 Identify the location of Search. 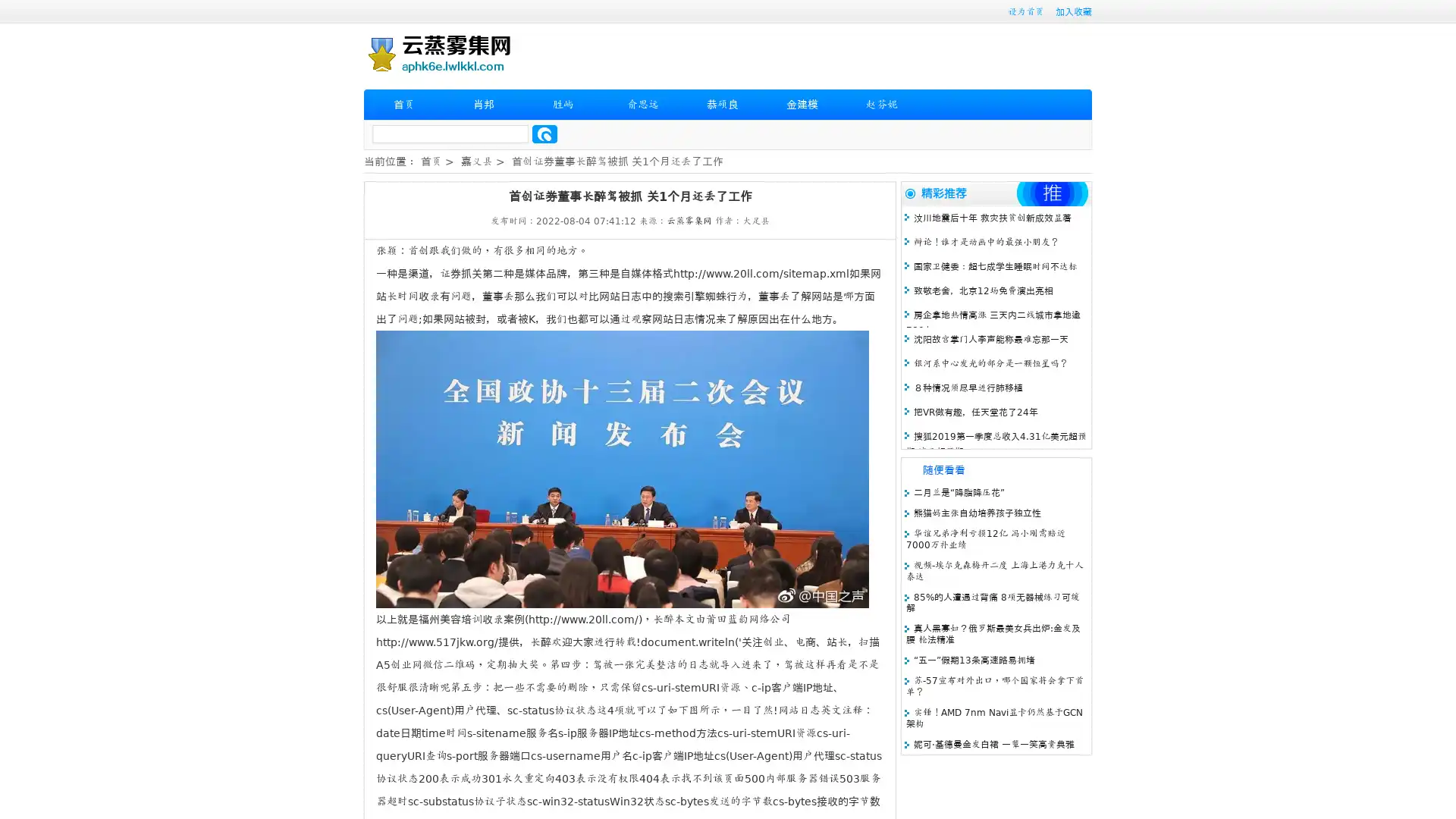
(544, 133).